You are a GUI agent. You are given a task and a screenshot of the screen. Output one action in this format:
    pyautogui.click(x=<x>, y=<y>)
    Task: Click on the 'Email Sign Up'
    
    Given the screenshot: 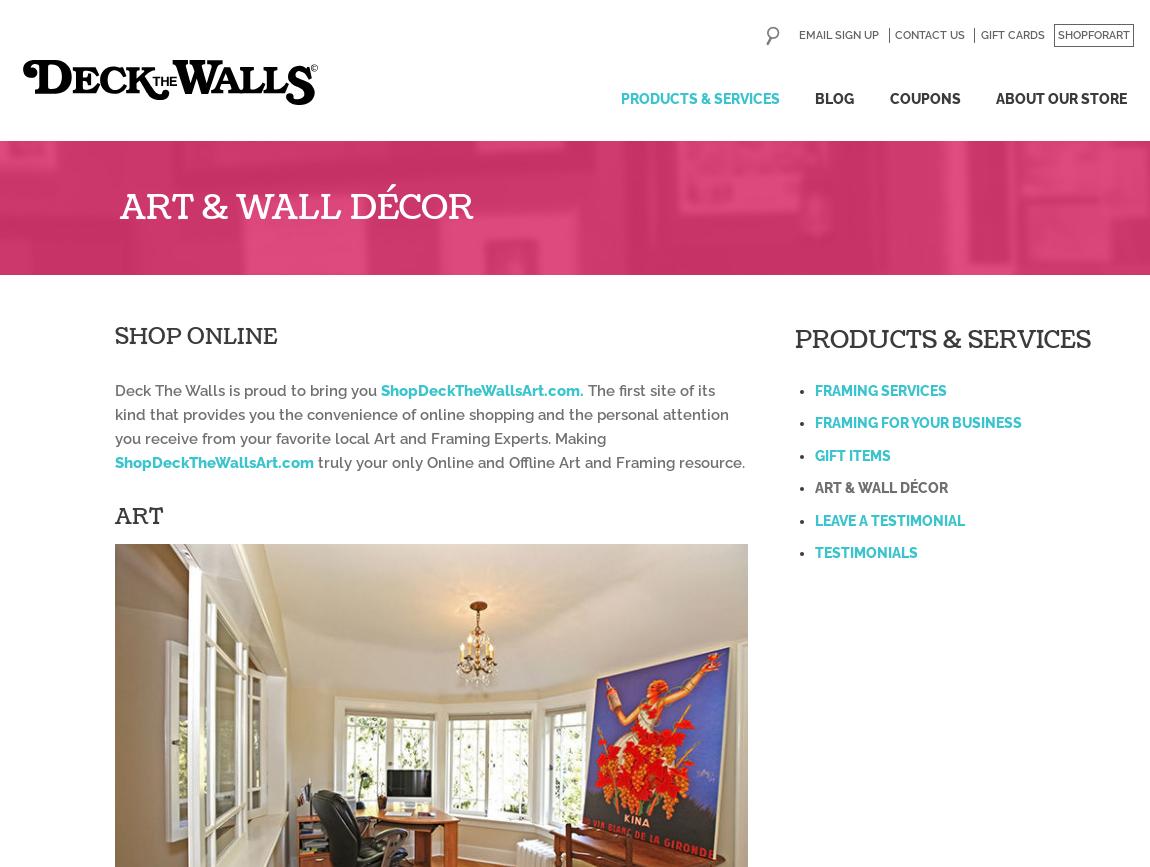 What is the action you would take?
    pyautogui.click(x=798, y=35)
    